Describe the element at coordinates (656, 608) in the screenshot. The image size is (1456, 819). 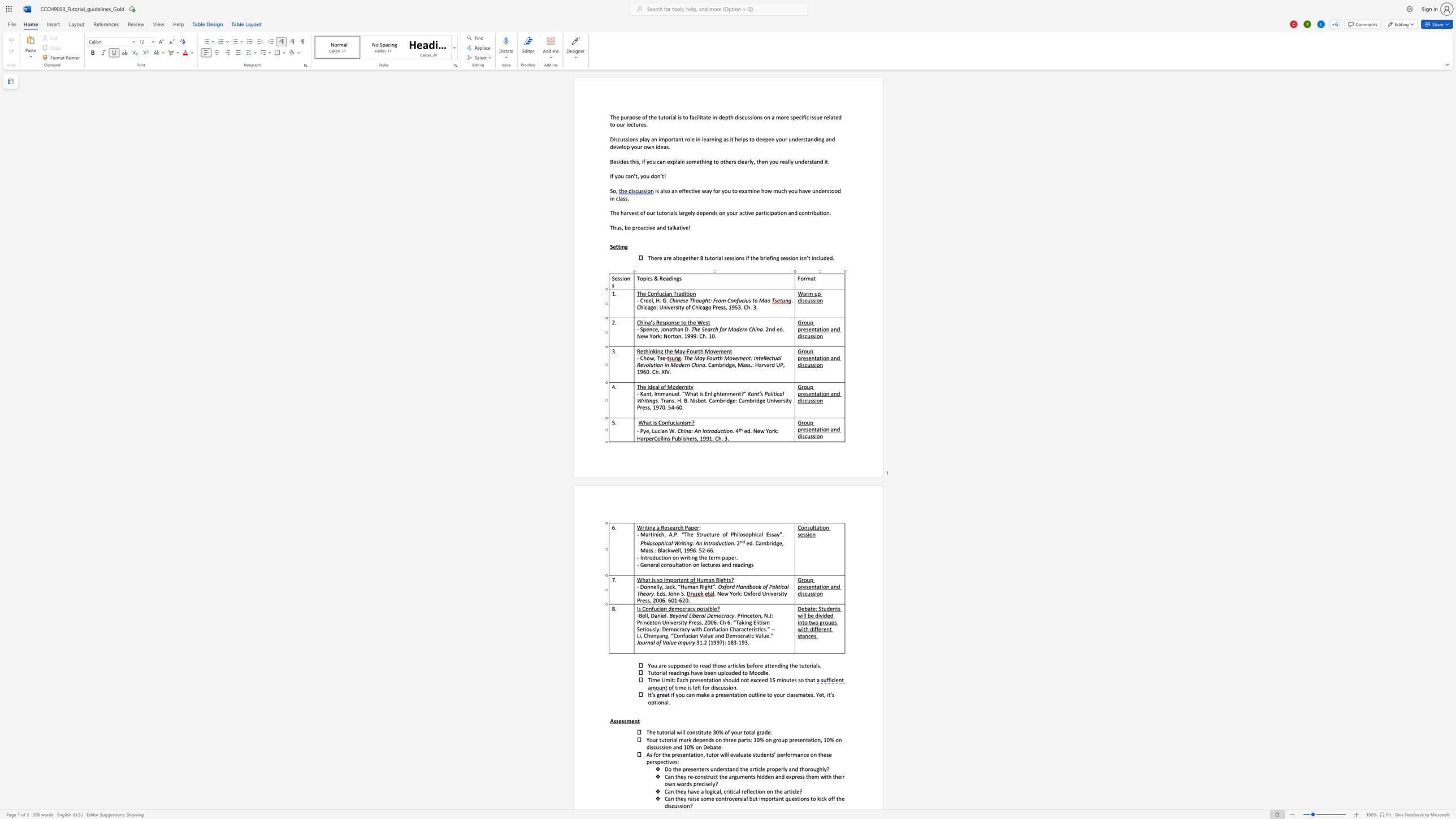
I see `the space between the continuous character "u" and "c" in the text` at that location.